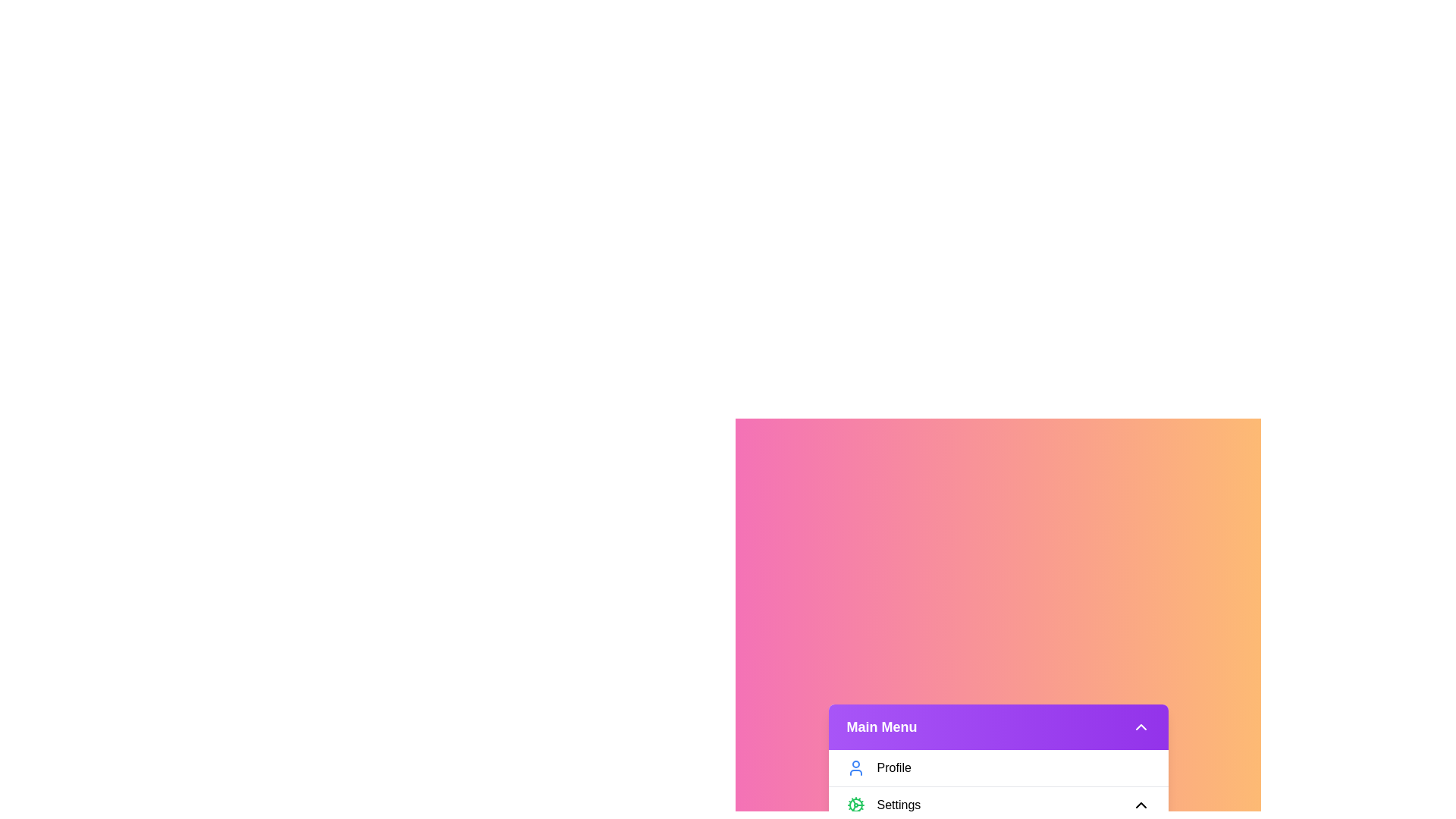  I want to click on the upward-pointing chevron-shaped arrow icon in black located to the far-right side of the 'Settings' menu item in the dropdown under the 'Main Menu' section, so click(1141, 804).